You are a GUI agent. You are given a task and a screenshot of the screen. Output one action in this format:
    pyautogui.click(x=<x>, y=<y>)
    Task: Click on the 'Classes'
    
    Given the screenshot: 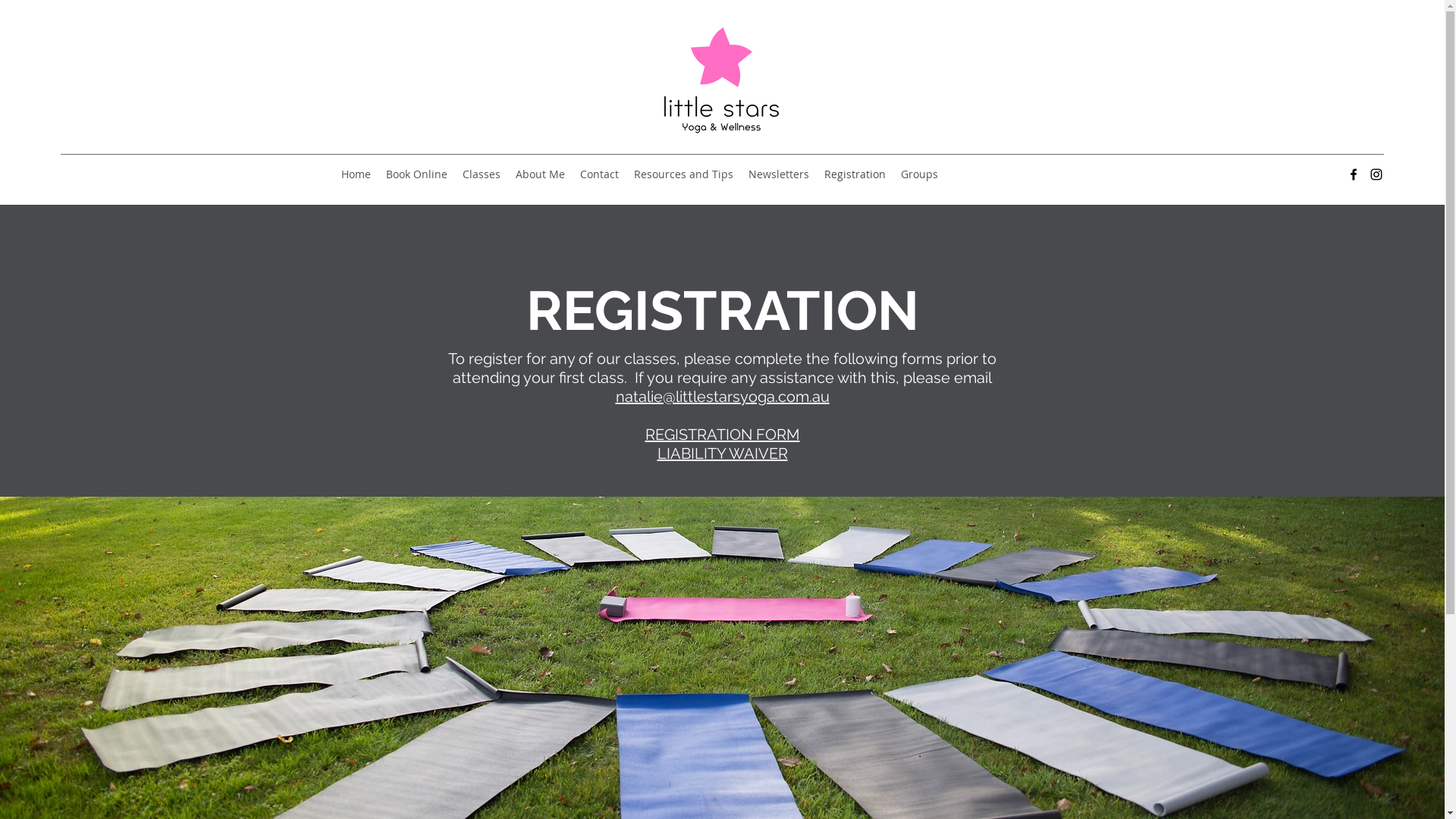 What is the action you would take?
    pyautogui.click(x=480, y=174)
    